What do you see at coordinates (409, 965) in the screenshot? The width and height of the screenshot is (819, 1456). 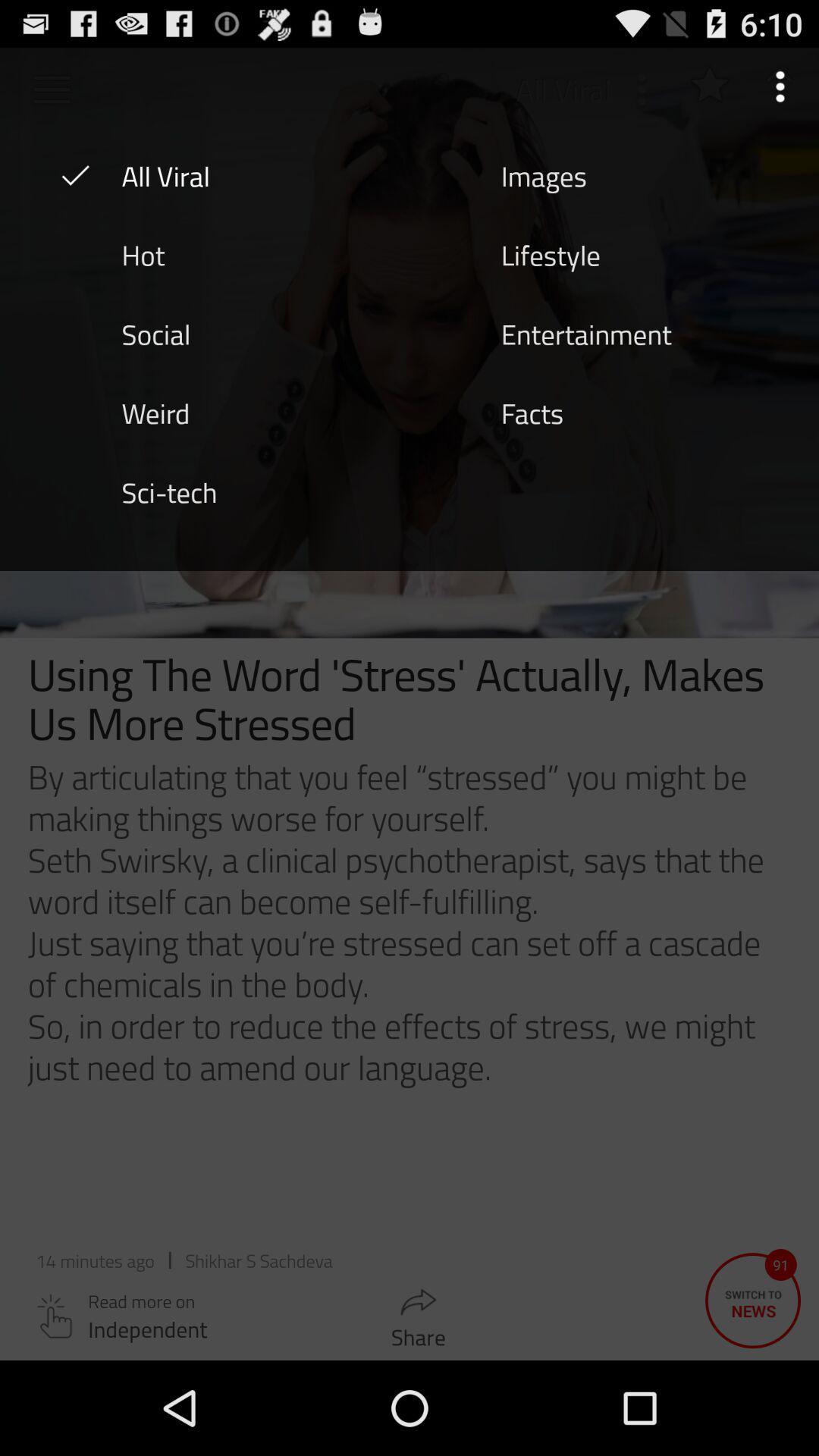 I see `the item below the sci-tech icon` at bounding box center [409, 965].